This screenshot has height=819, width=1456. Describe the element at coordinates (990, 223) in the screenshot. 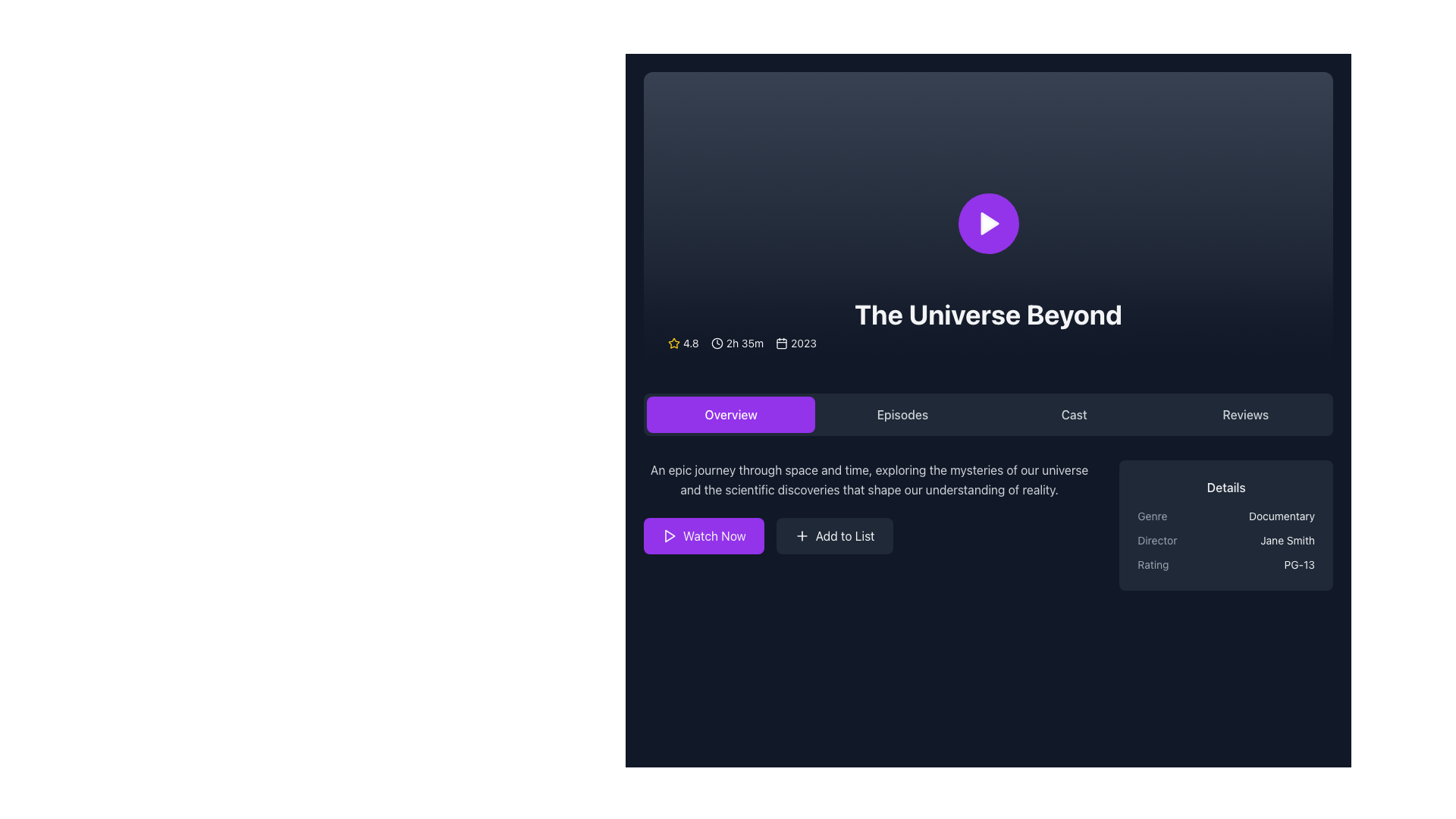

I see `the centrally positioned play icon within the circular button at the upper-middle portion of the interface` at that location.